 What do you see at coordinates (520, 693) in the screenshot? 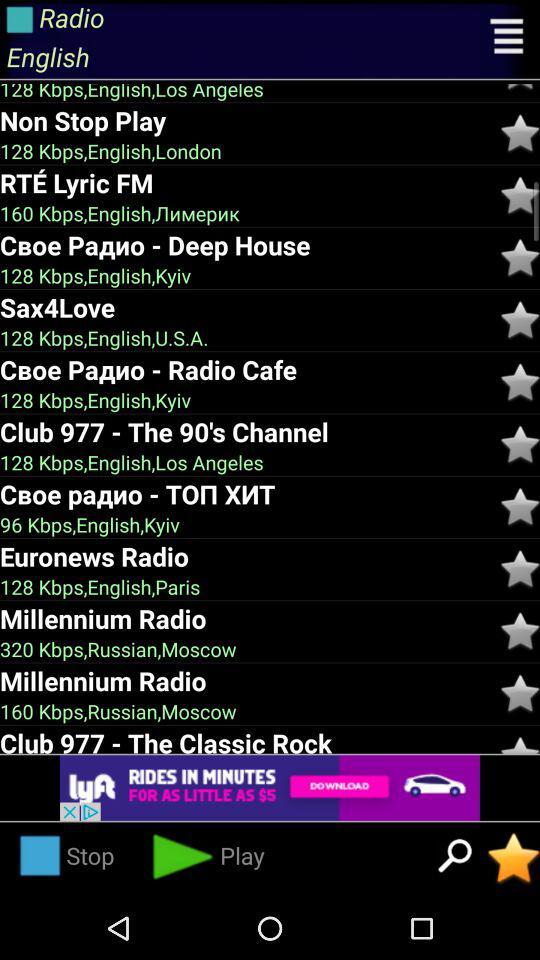
I see `to favorite` at bounding box center [520, 693].